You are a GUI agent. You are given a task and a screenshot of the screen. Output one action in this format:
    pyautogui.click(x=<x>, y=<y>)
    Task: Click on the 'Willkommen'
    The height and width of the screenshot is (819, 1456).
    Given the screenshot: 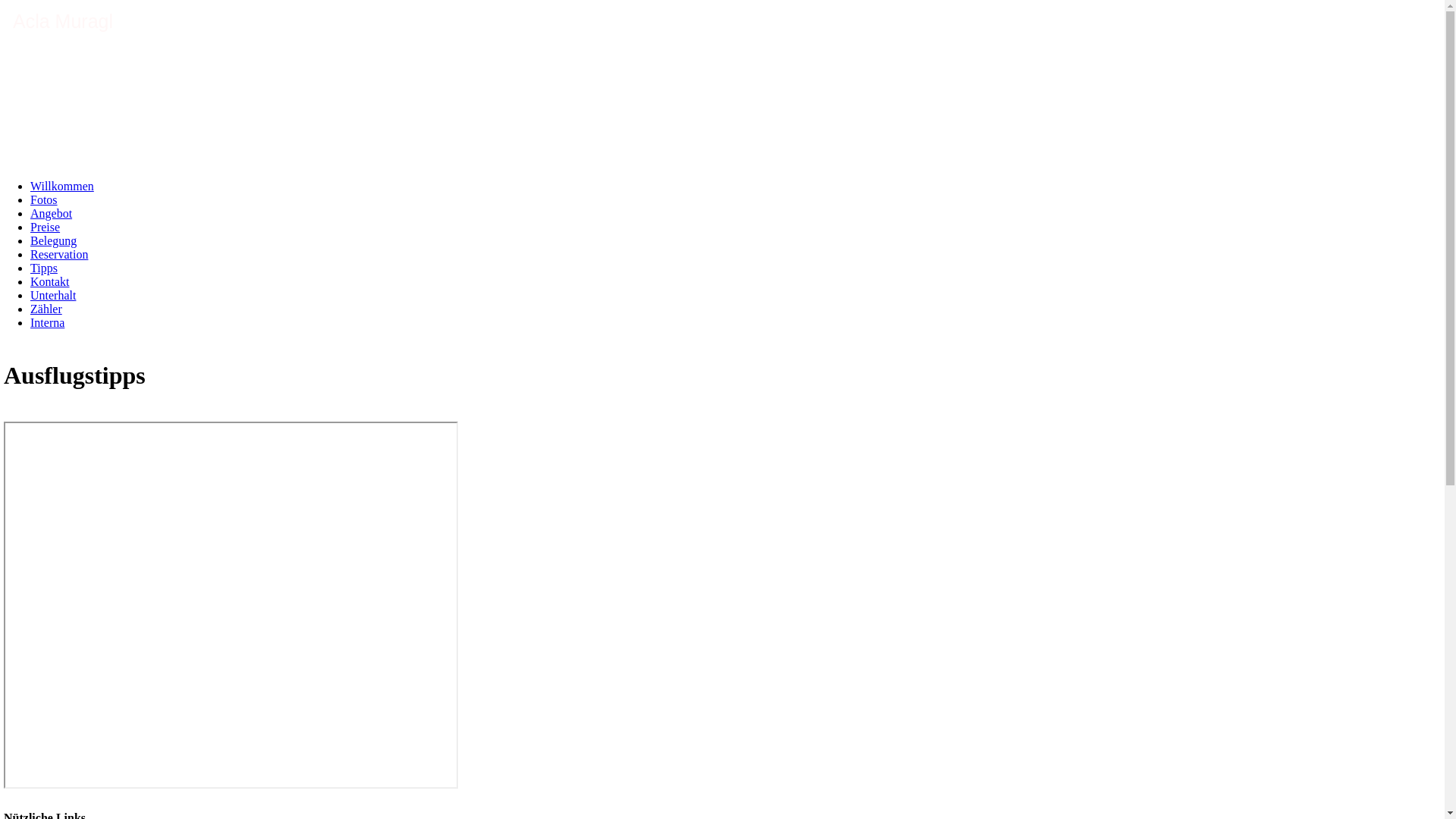 What is the action you would take?
    pyautogui.click(x=61, y=185)
    